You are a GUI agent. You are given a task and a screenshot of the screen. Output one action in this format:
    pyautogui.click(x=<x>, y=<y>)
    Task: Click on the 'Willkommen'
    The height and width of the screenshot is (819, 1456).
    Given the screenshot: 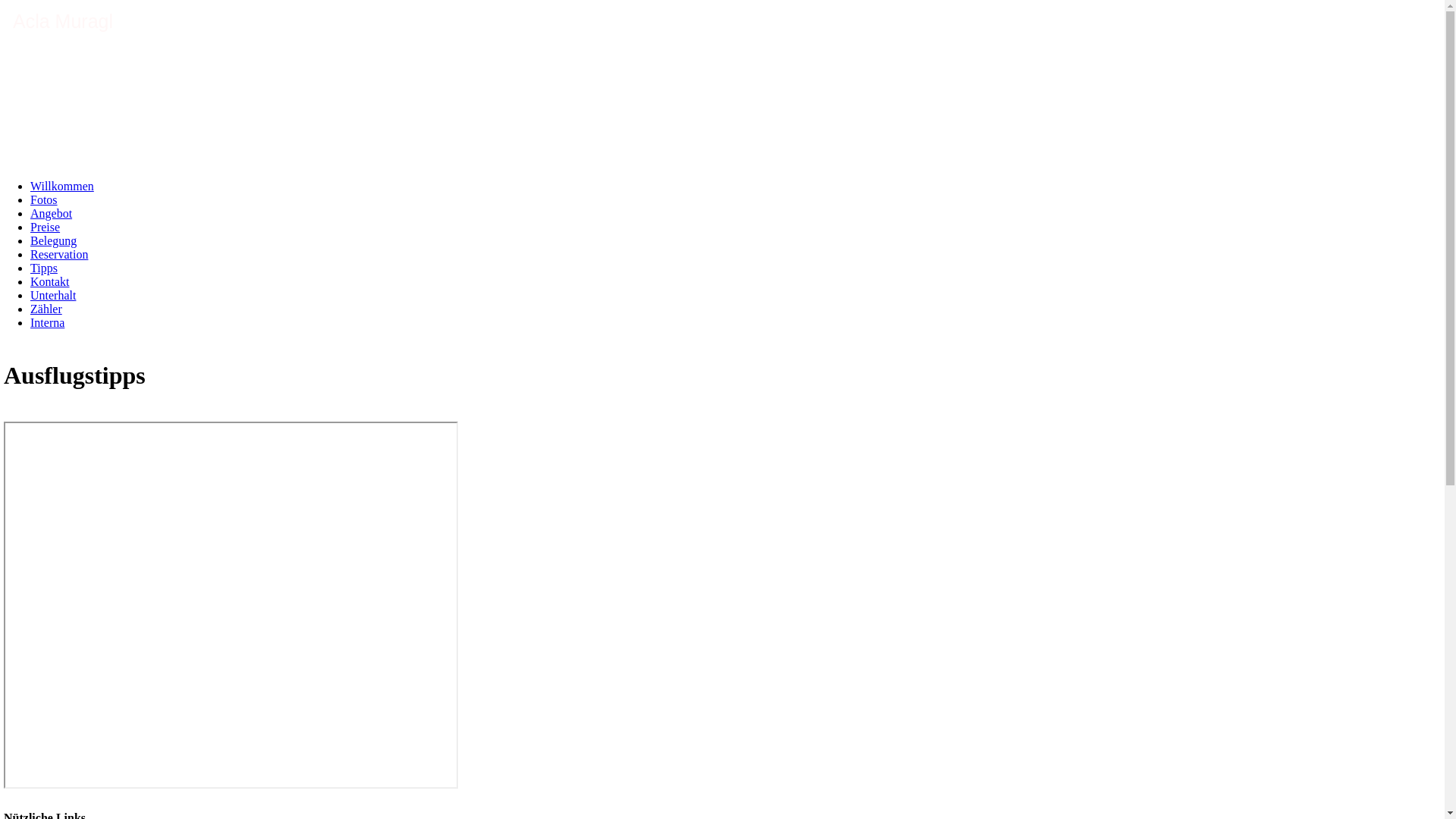 What is the action you would take?
    pyautogui.click(x=61, y=185)
    